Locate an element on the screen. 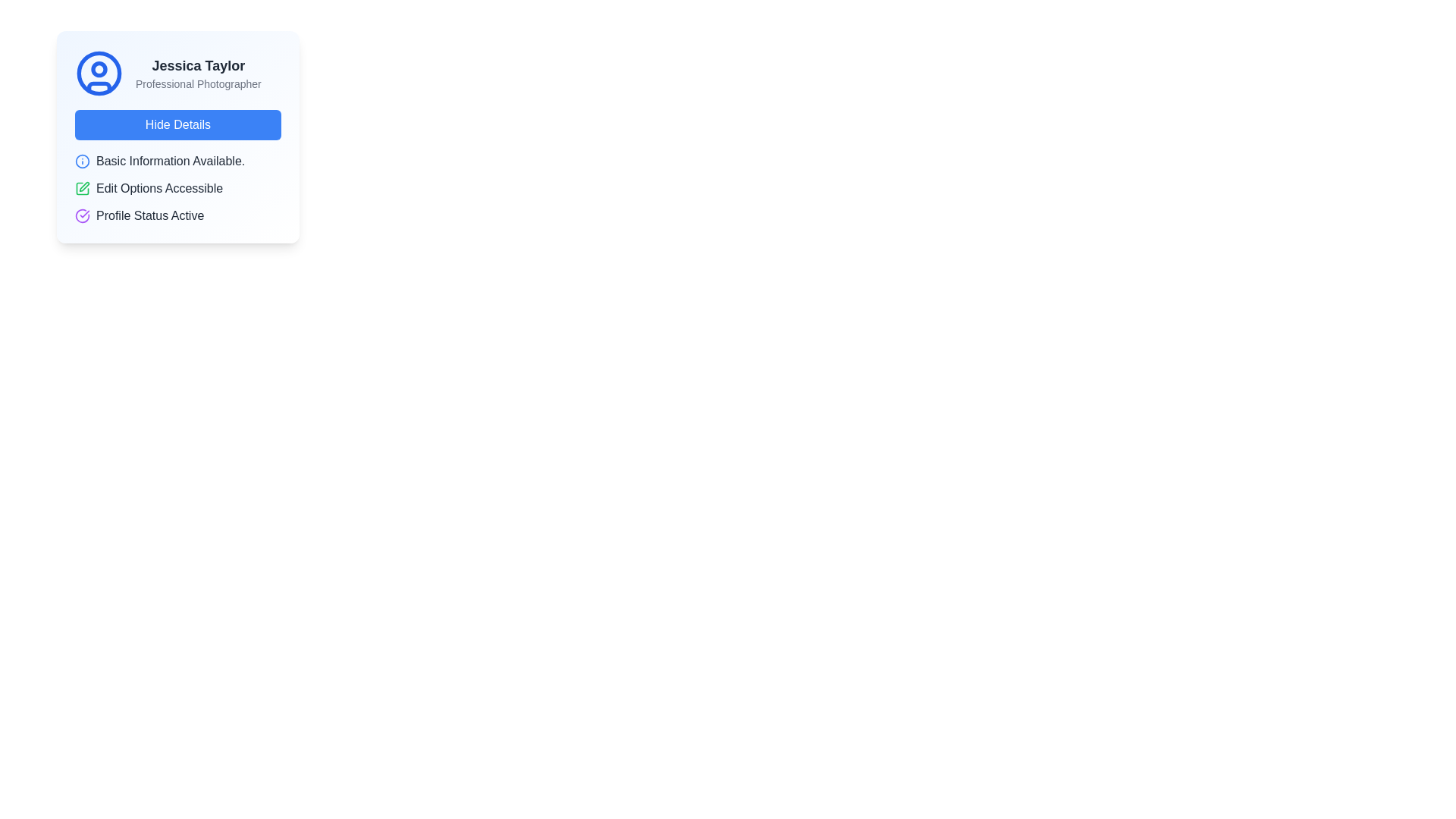  the informational text label that provides a brief description of the user's basic profile information, located beneath the 'Hide Details' button and above 'Edit Options Accessible' is located at coordinates (171, 161).